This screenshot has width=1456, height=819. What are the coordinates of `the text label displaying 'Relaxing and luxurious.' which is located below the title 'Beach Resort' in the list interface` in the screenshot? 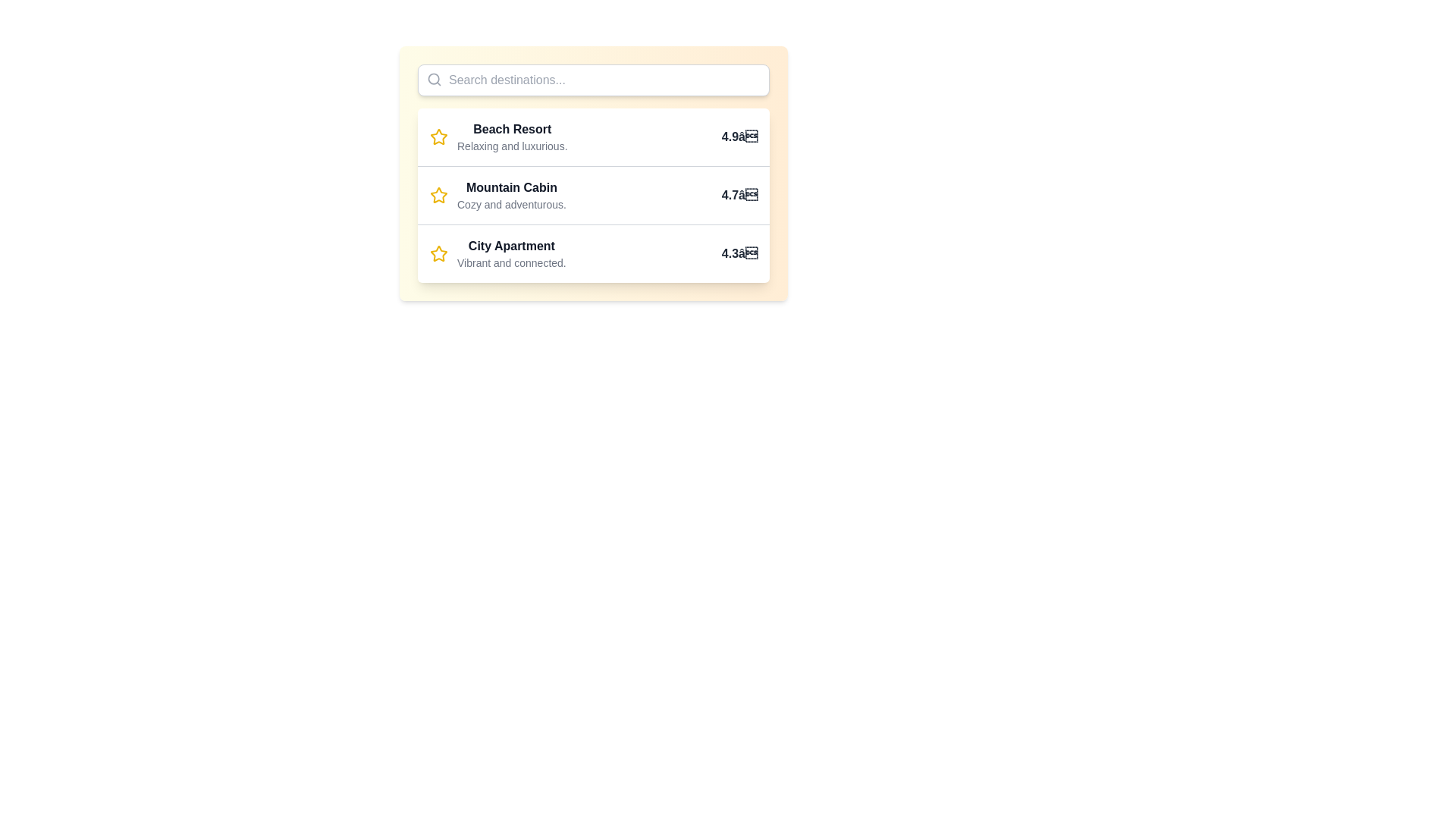 It's located at (512, 146).